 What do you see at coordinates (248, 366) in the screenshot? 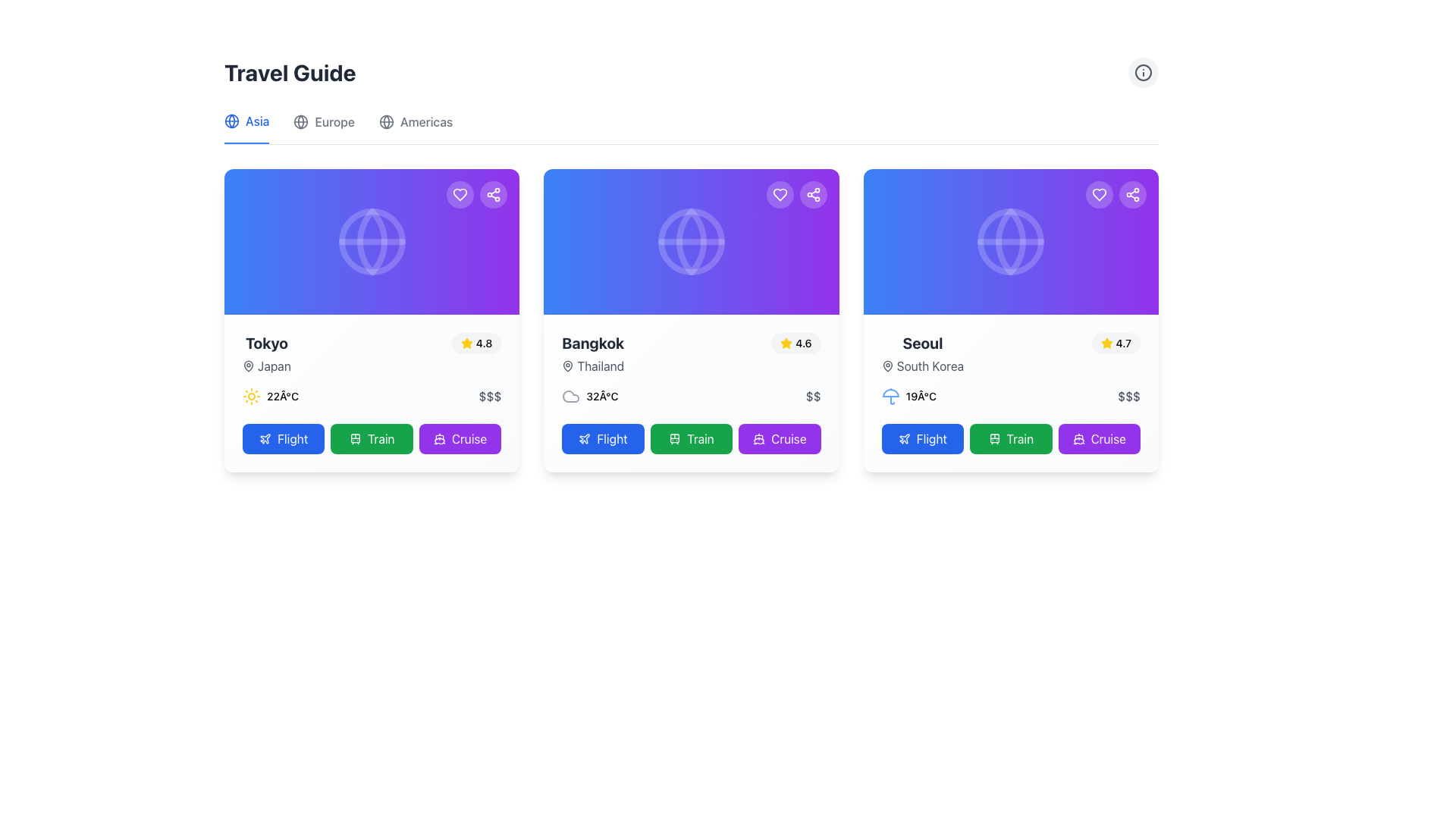
I see `the location pin icon located to the left of the text 'Japan', which is part of the label for 'Tokyo', if it is linked to an action` at bounding box center [248, 366].